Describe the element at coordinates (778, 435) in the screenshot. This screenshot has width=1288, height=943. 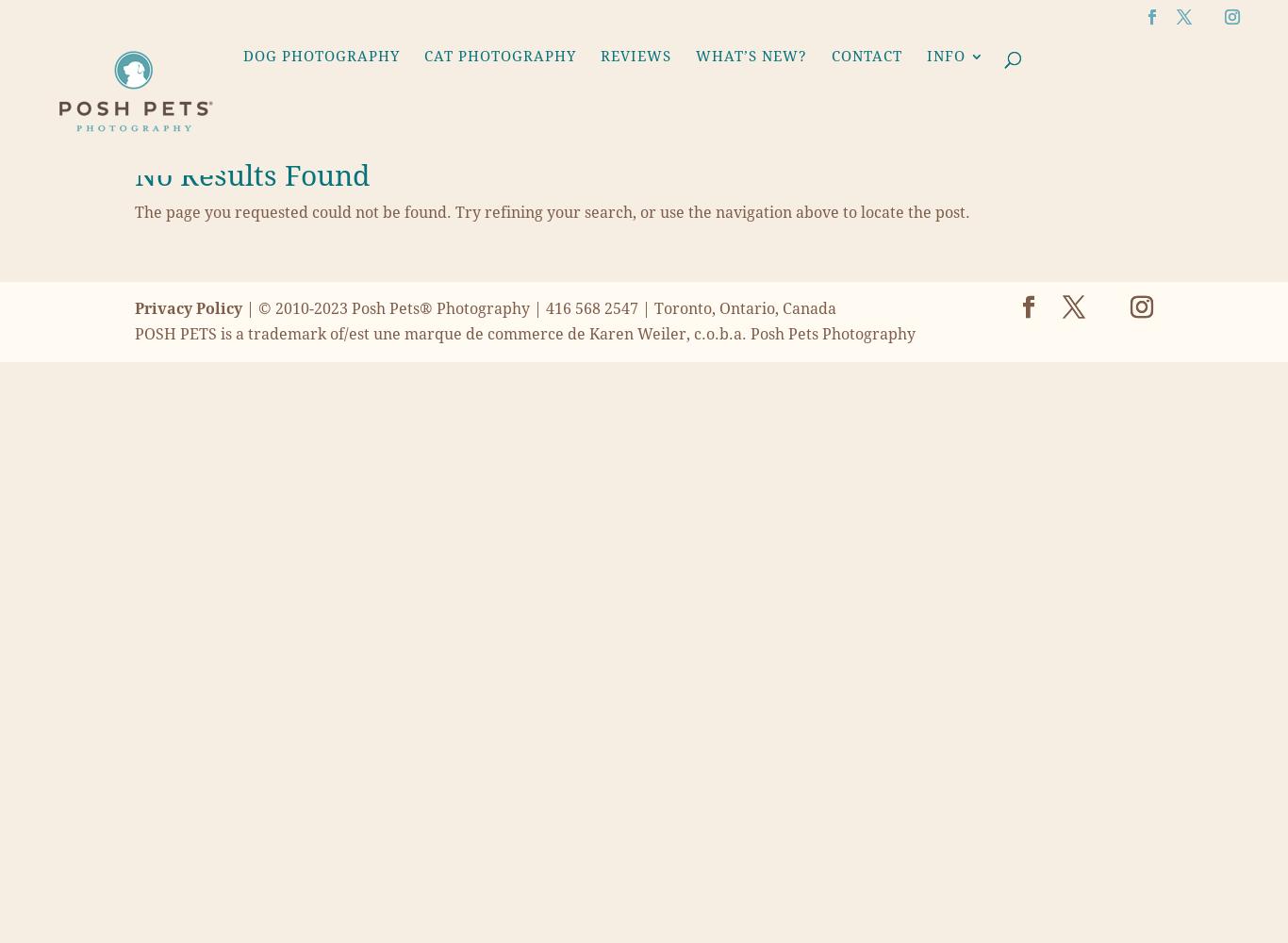
I see `'Posh Pets Studio™'` at that location.